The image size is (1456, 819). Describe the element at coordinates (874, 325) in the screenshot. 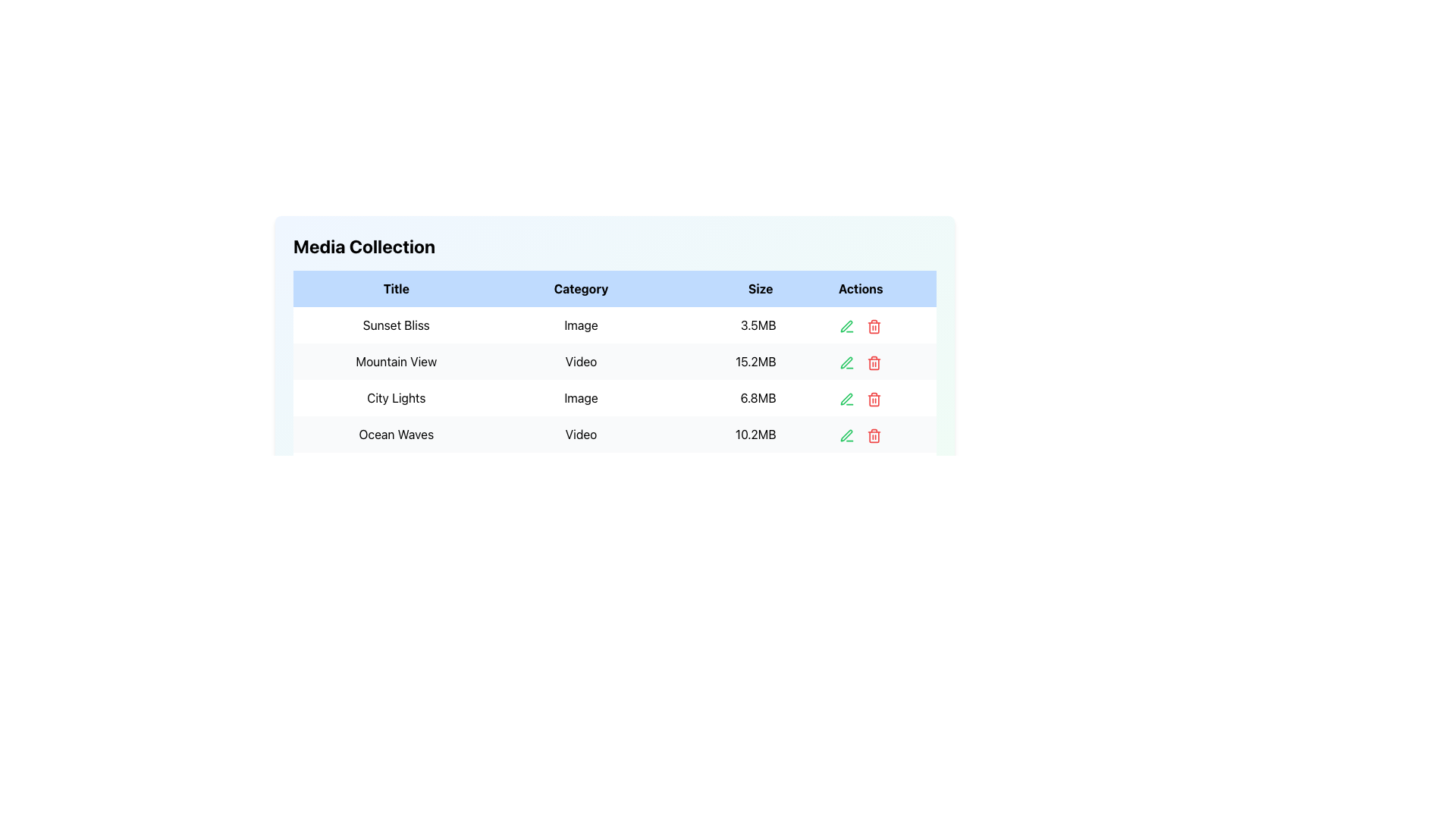

I see `the red trash bin icon button in the 'Actions' column for the first item 'Sunset Bliss'` at that location.